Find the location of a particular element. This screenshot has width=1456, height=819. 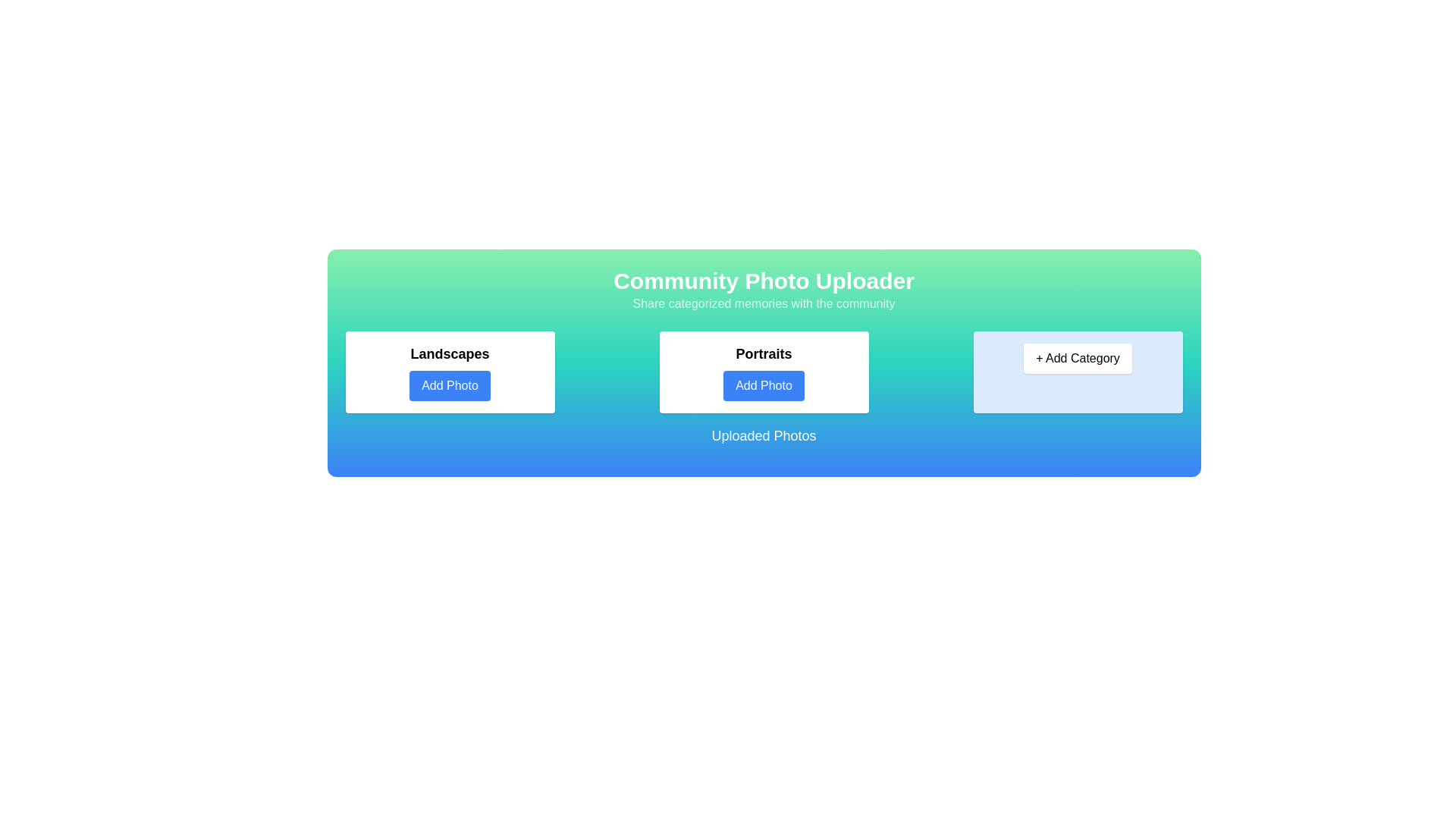

the 'Add New Category' button located to the far right of the horizontal group of buttons under the title 'Community Photo Uploader' to initiate the addition of a new category is located at coordinates (1077, 372).